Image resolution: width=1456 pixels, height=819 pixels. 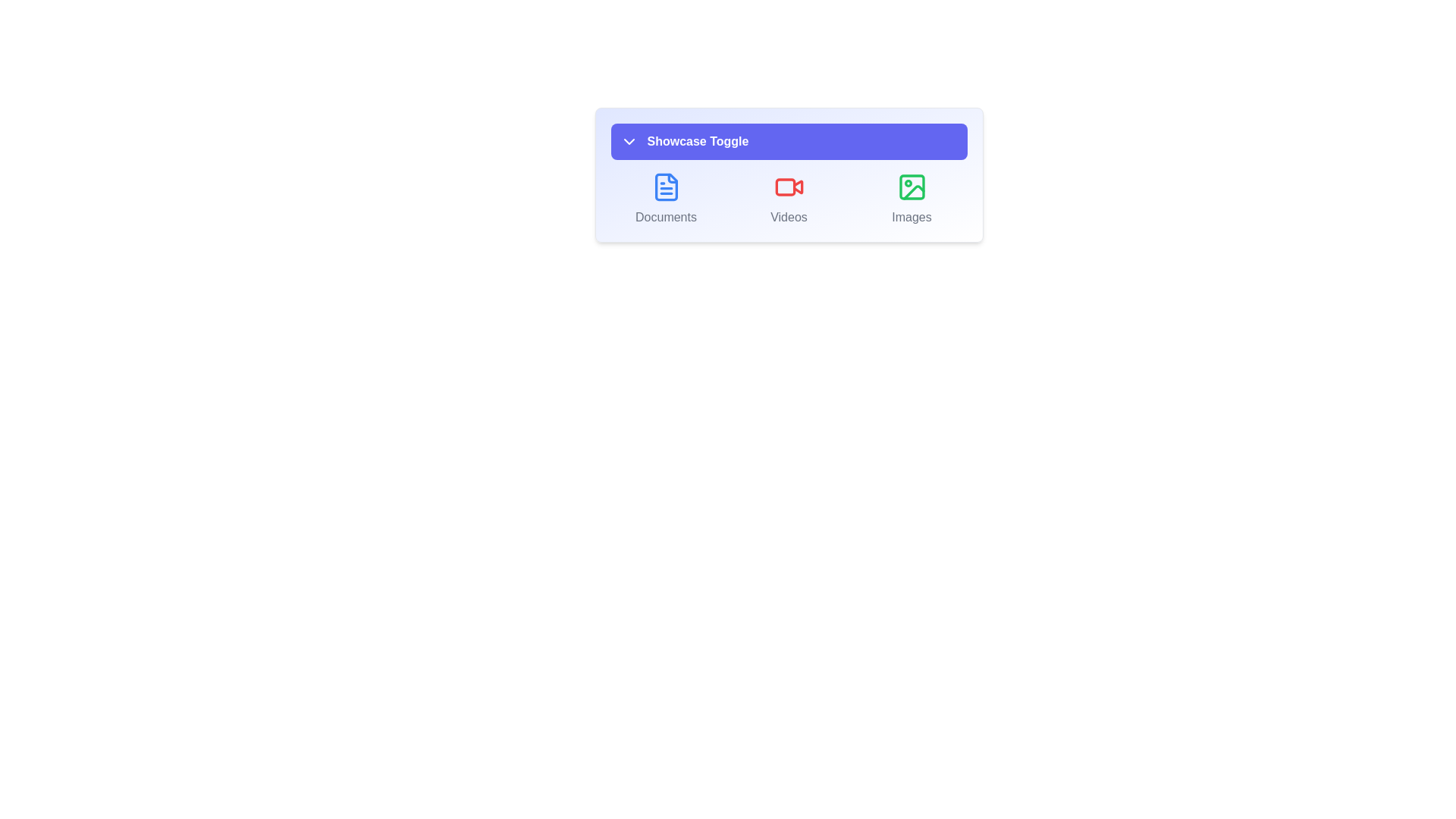 I want to click on the icons within the 'Showcase Toggle' card, which features a gradient background and includes 'Documents', 'Videos', and 'Images' items with respective icons, so click(x=789, y=174).